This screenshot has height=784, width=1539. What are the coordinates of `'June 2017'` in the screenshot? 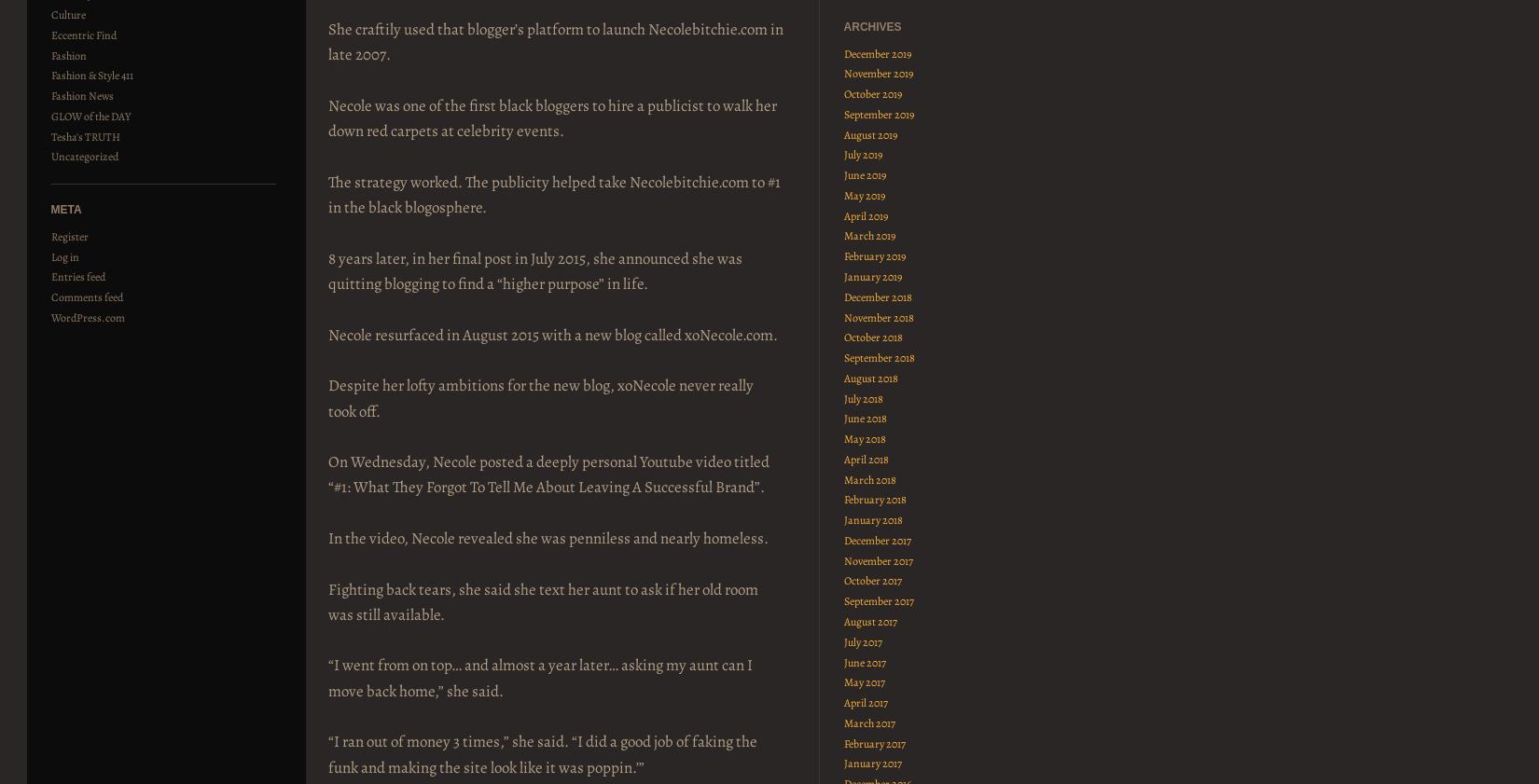 It's located at (864, 661).